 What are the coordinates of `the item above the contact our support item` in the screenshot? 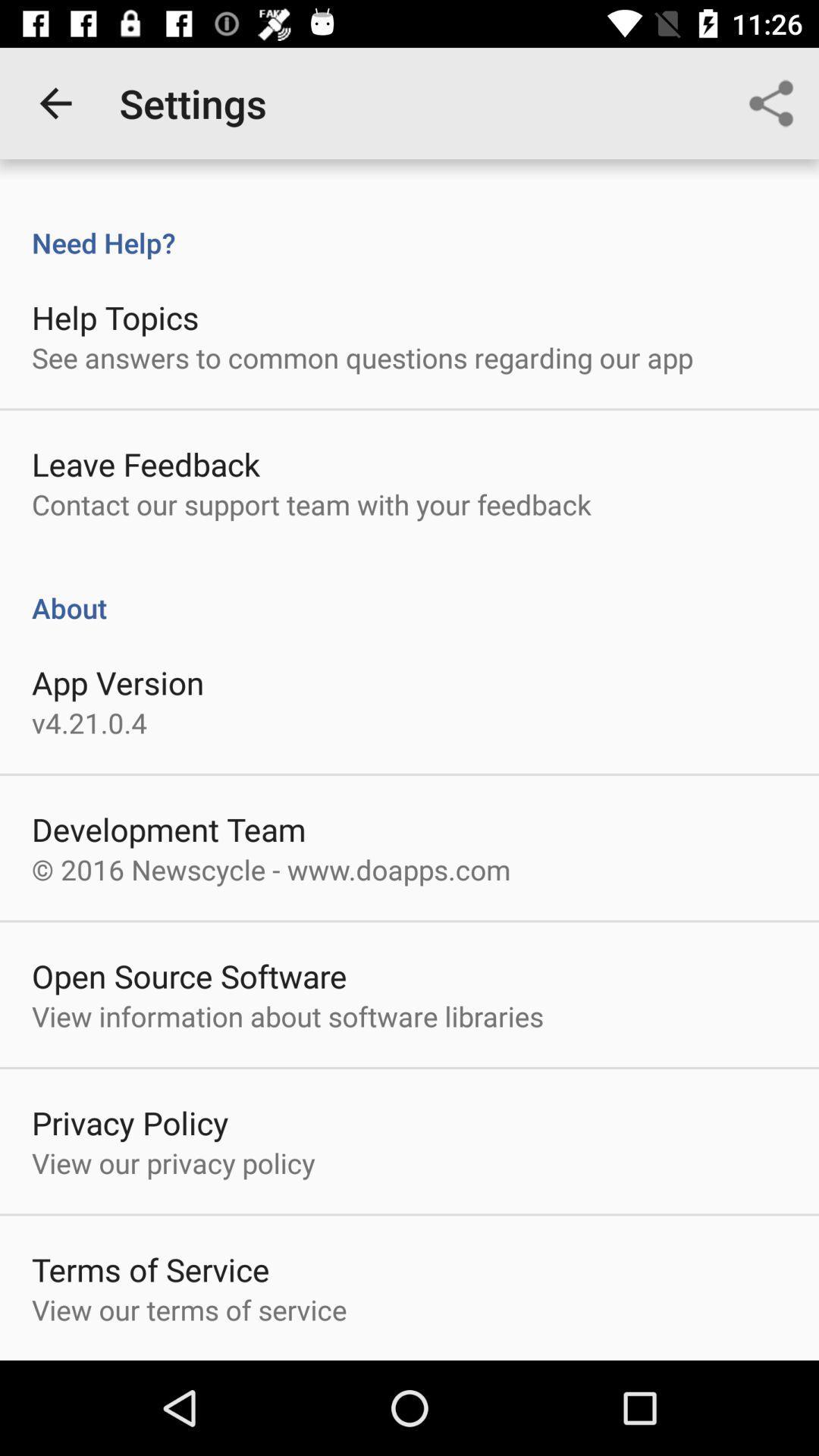 It's located at (146, 463).